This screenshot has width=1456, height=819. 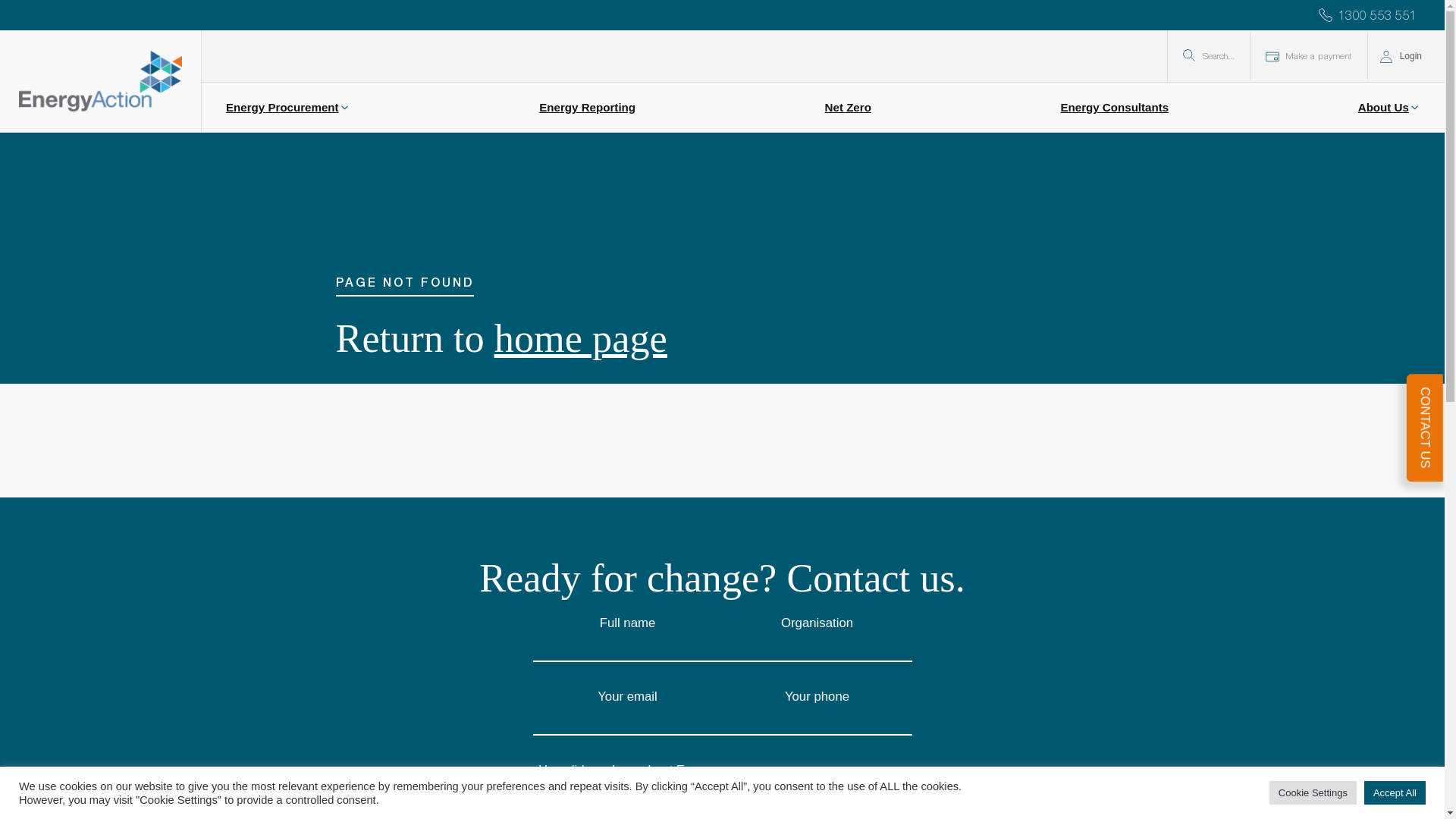 I want to click on 'Energy Consultants', so click(x=1114, y=106).